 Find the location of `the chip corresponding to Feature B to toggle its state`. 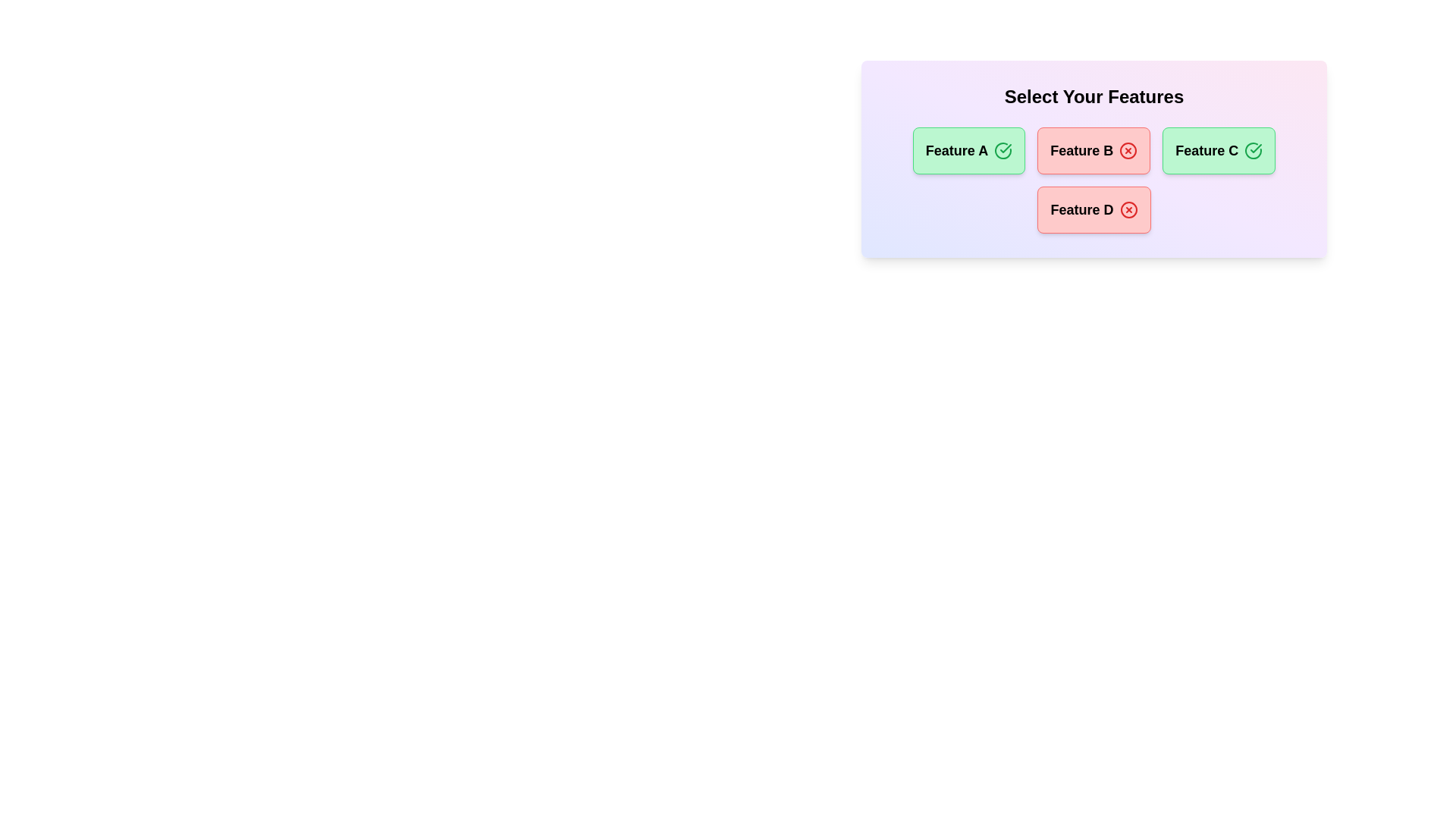

the chip corresponding to Feature B to toggle its state is located at coordinates (1094, 151).